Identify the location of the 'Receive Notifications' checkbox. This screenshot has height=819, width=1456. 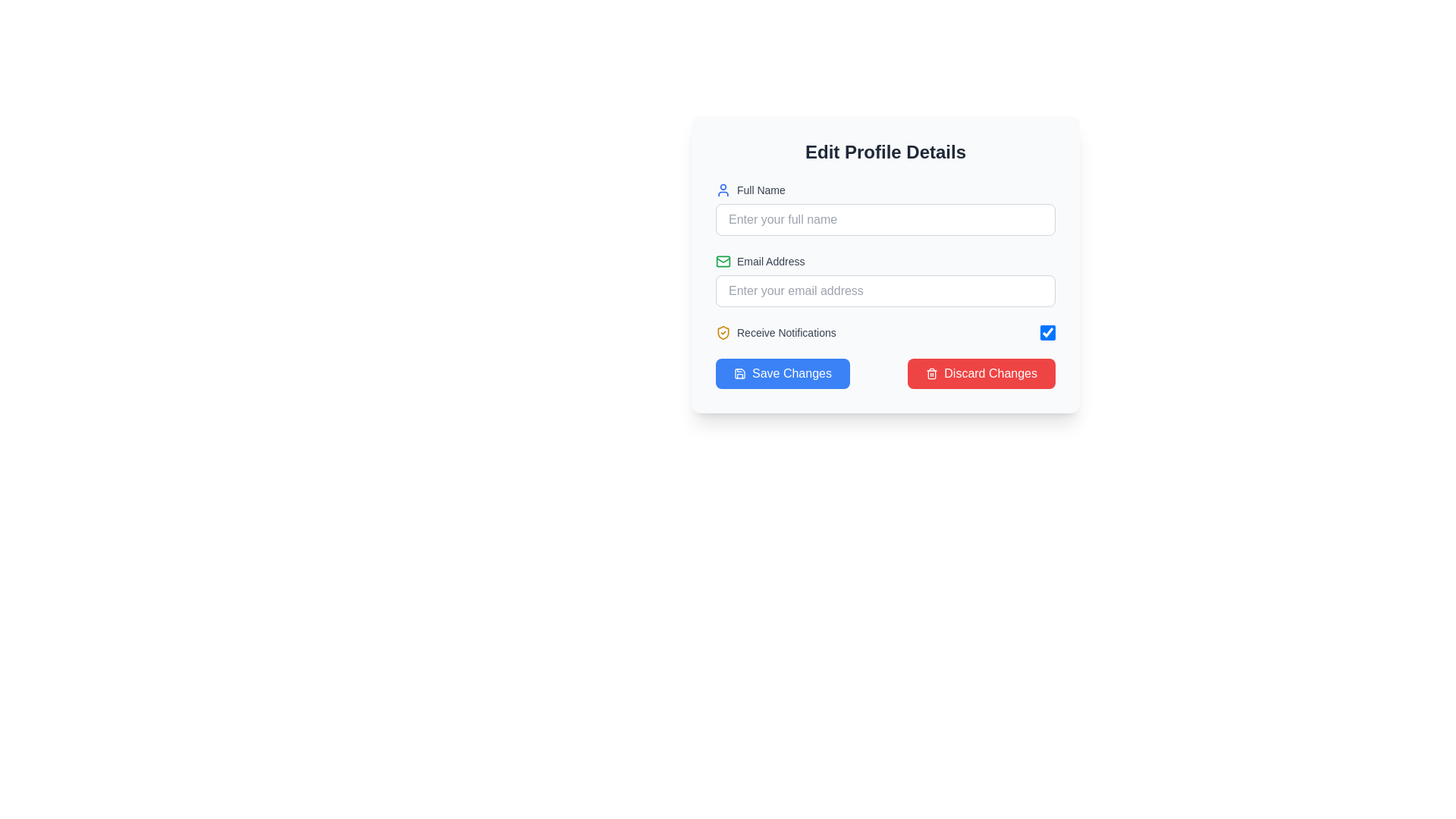
(1047, 332).